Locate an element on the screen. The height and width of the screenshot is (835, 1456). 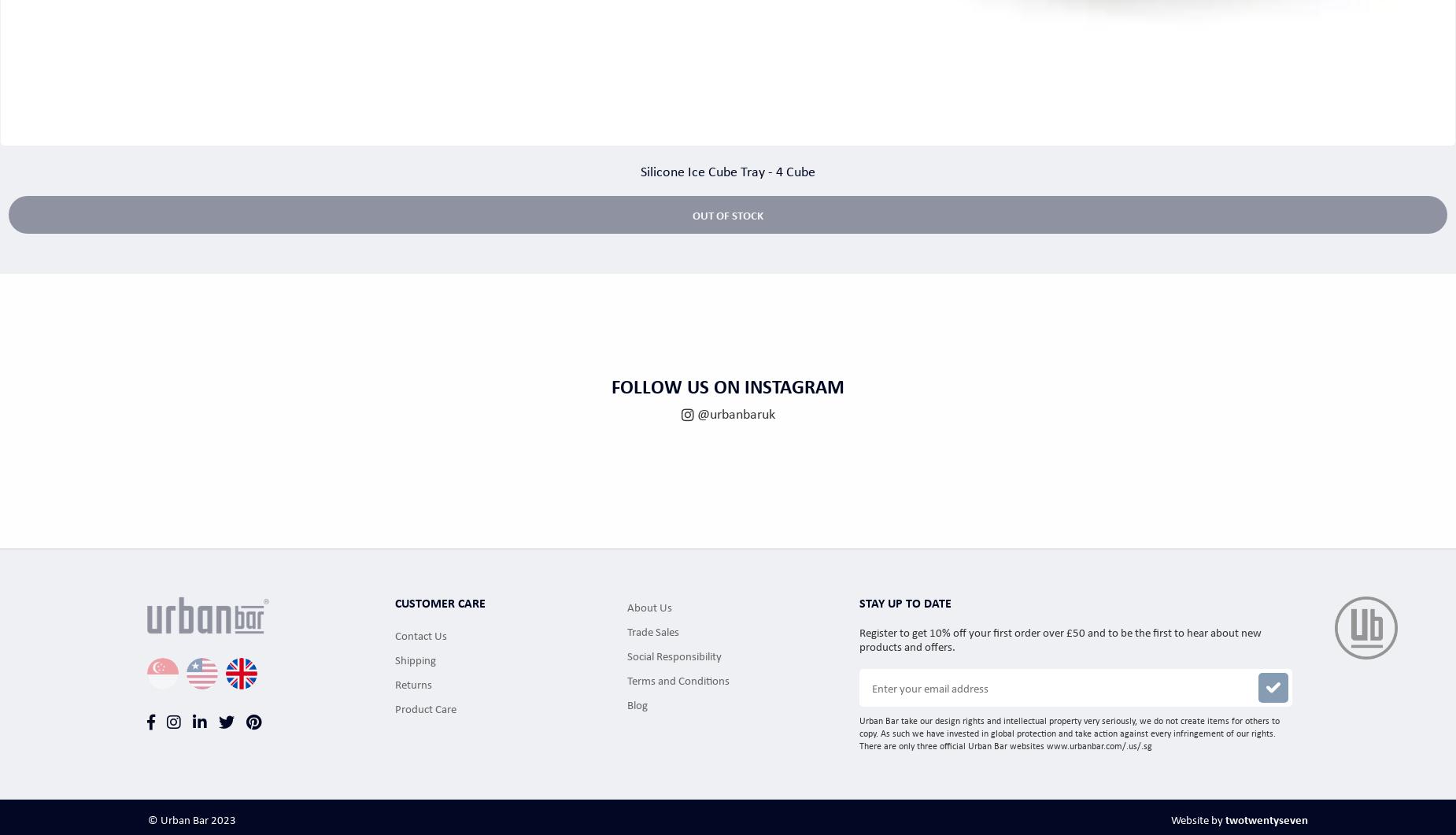
'Product Care' is located at coordinates (425, 706).